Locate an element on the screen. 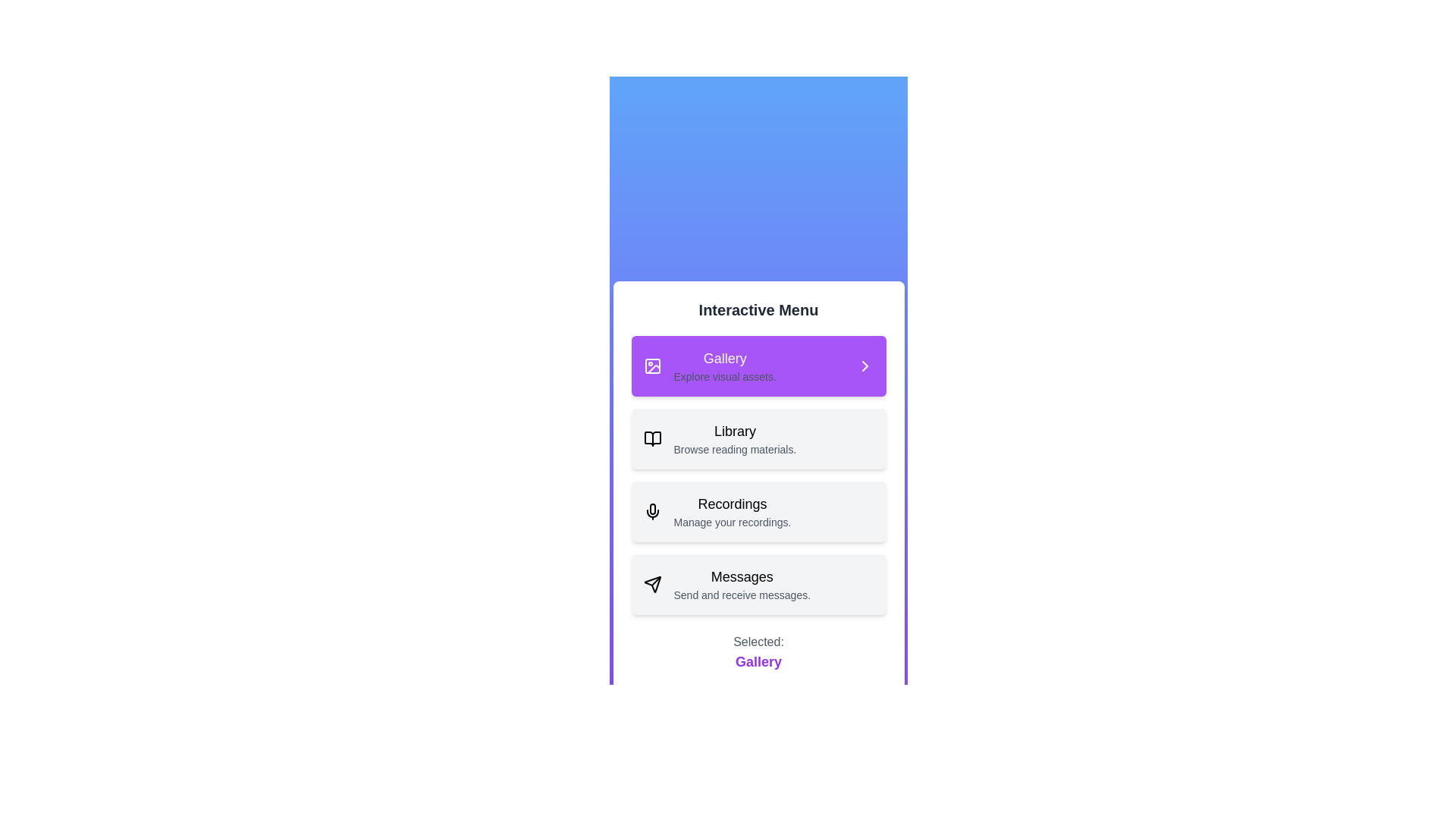  the menu item Recordings is located at coordinates (758, 512).